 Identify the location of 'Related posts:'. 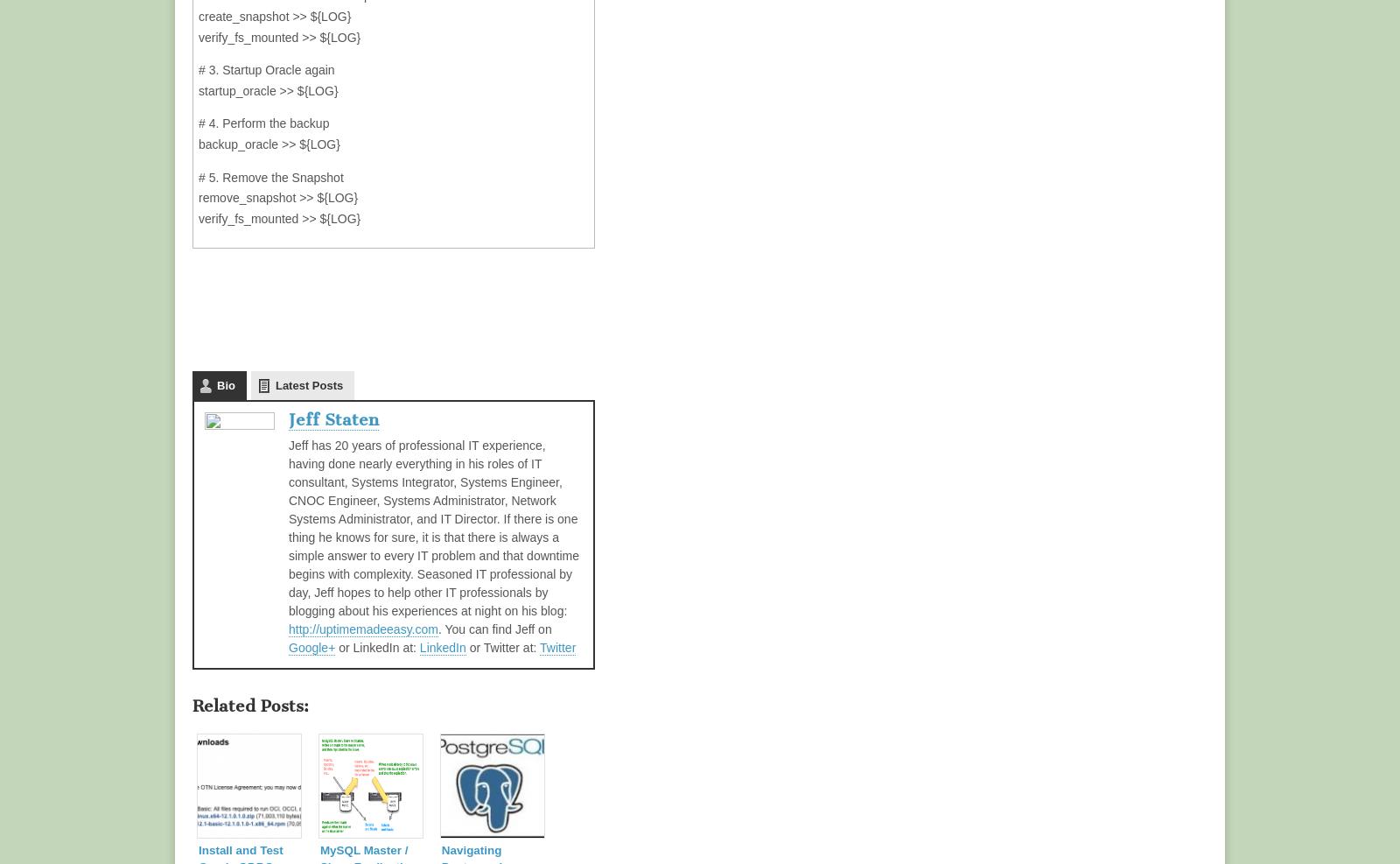
(192, 706).